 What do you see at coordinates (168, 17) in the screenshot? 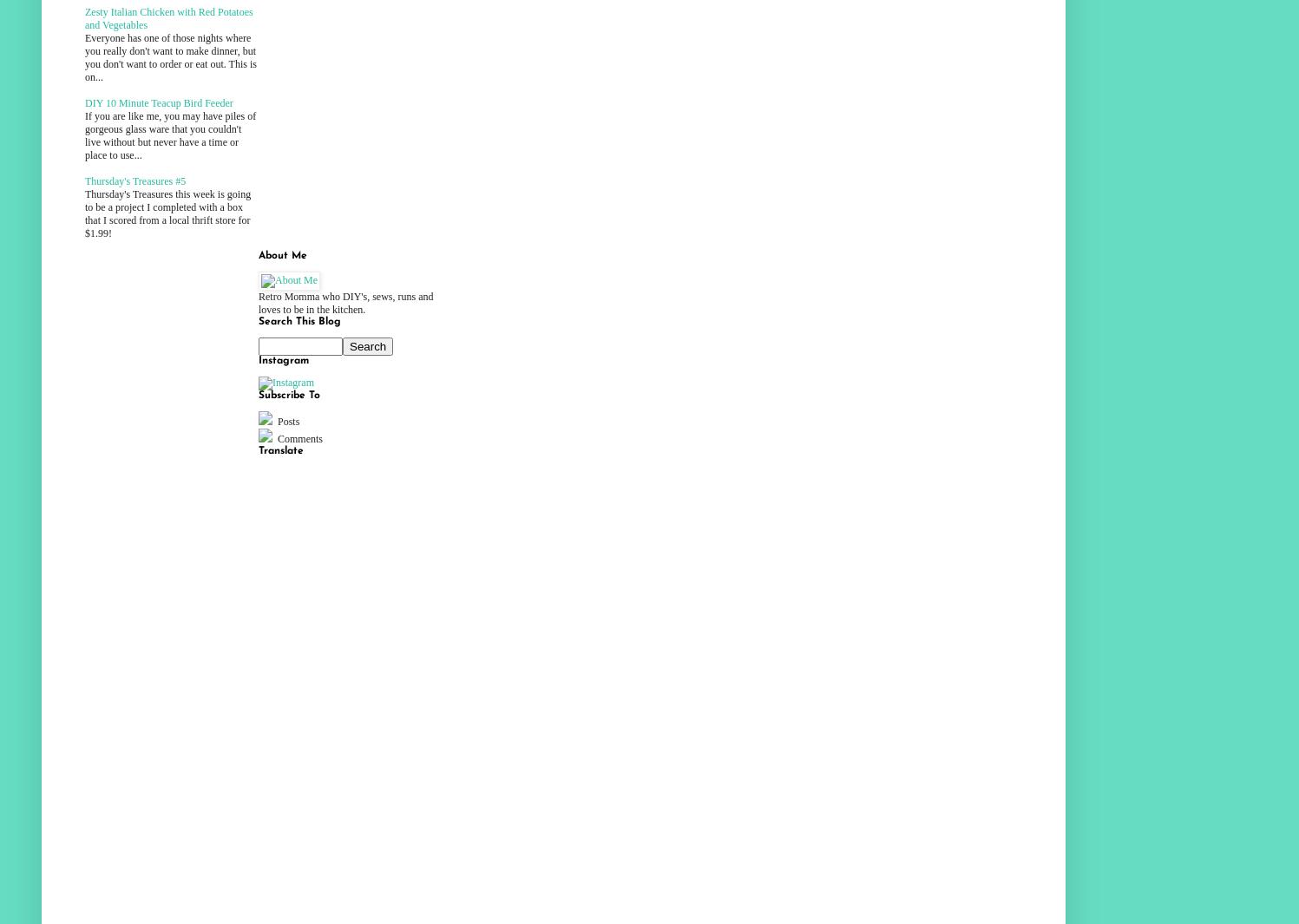
I see `'Zesty Italian Chicken with Red Potatoes and Vegetables'` at bounding box center [168, 17].